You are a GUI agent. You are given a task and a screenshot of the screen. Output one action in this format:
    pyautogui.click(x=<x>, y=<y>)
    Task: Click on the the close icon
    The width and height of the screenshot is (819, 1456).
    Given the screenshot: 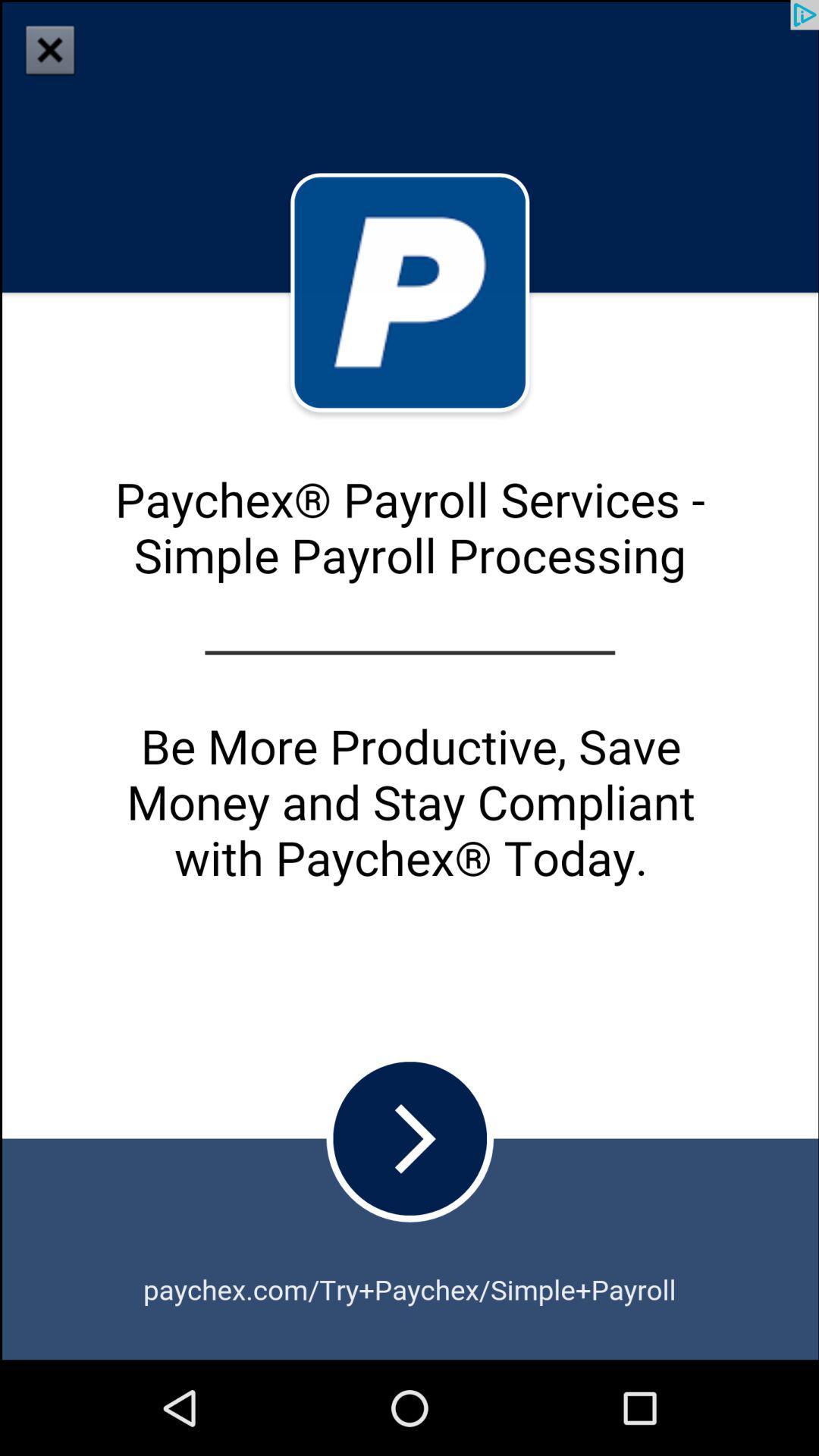 What is the action you would take?
    pyautogui.click(x=49, y=53)
    